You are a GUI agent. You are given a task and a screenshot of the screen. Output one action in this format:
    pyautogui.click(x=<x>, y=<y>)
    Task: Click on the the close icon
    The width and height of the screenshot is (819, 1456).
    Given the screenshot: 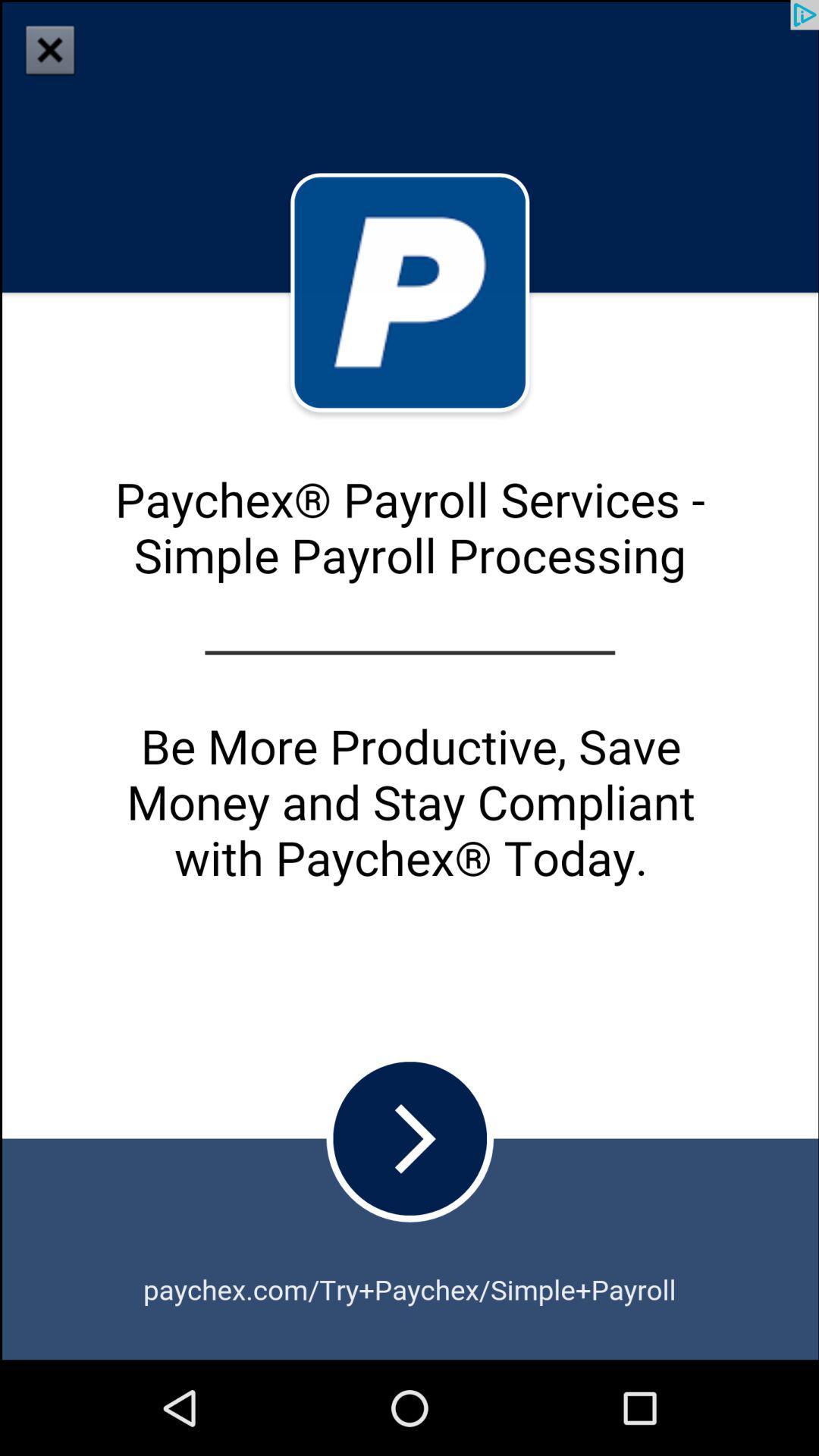 What is the action you would take?
    pyautogui.click(x=49, y=53)
    